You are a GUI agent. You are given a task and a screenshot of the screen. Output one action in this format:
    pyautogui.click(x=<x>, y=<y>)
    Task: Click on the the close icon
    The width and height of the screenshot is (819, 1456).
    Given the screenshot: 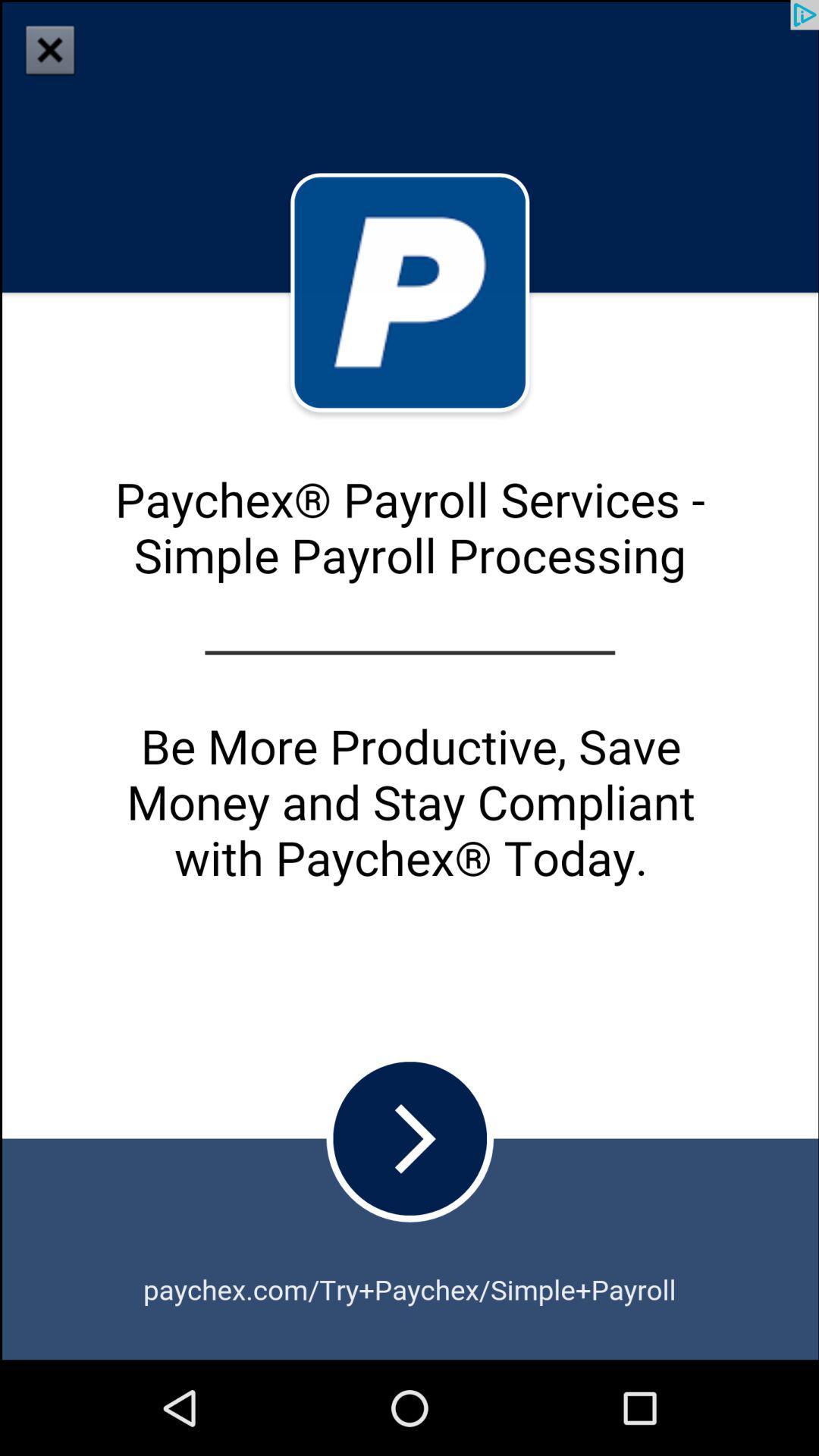 What is the action you would take?
    pyautogui.click(x=49, y=53)
    